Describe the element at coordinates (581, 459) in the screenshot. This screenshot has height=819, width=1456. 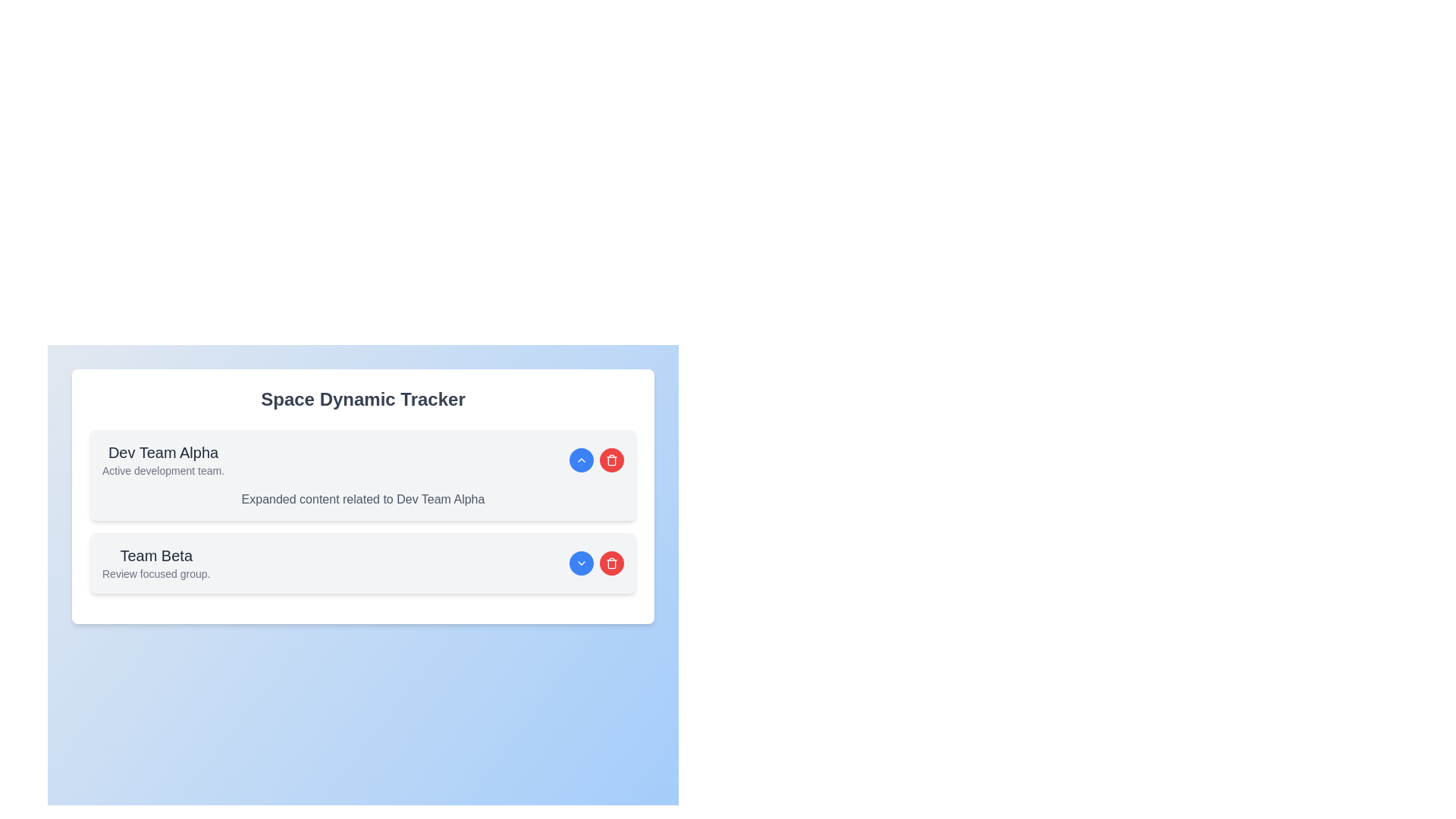
I see `the triangular upward-pointing icon embedded in the blue circular button located to the right of the 'Team Beta' list entry` at that location.